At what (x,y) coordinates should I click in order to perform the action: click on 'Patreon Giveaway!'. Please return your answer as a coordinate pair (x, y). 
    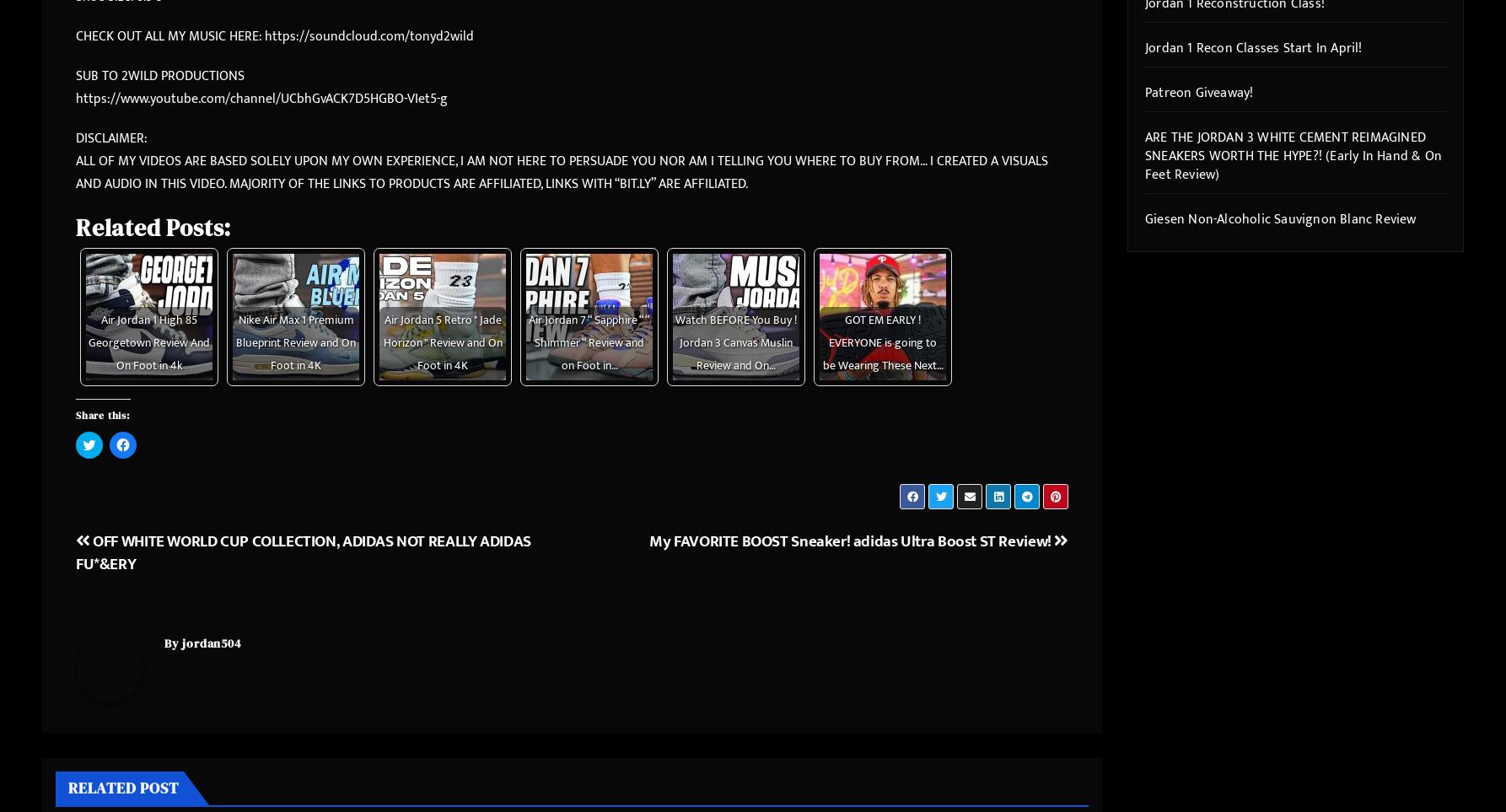
    Looking at the image, I should click on (1198, 91).